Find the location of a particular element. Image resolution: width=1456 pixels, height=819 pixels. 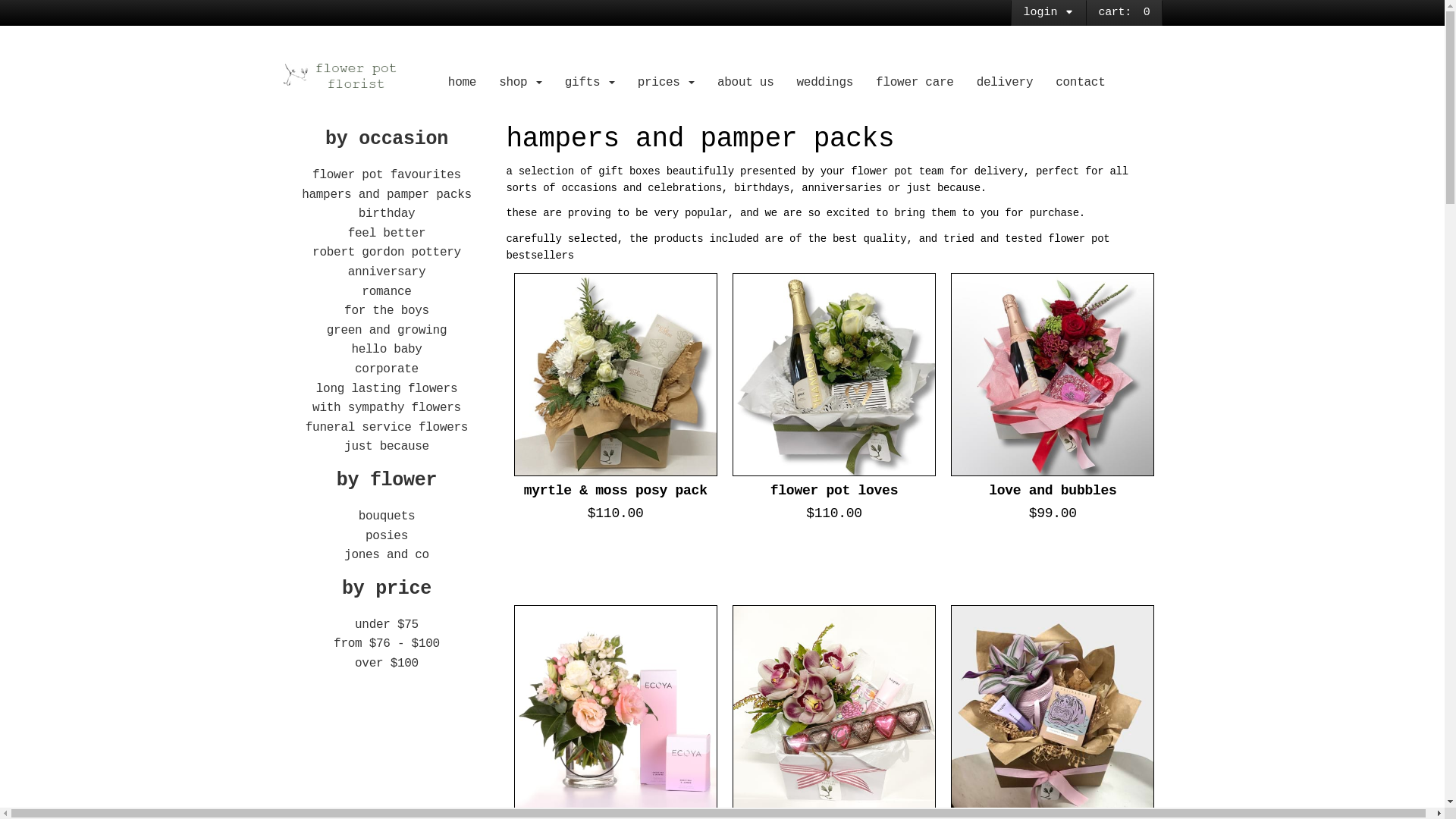

'romance' is located at coordinates (360, 292).